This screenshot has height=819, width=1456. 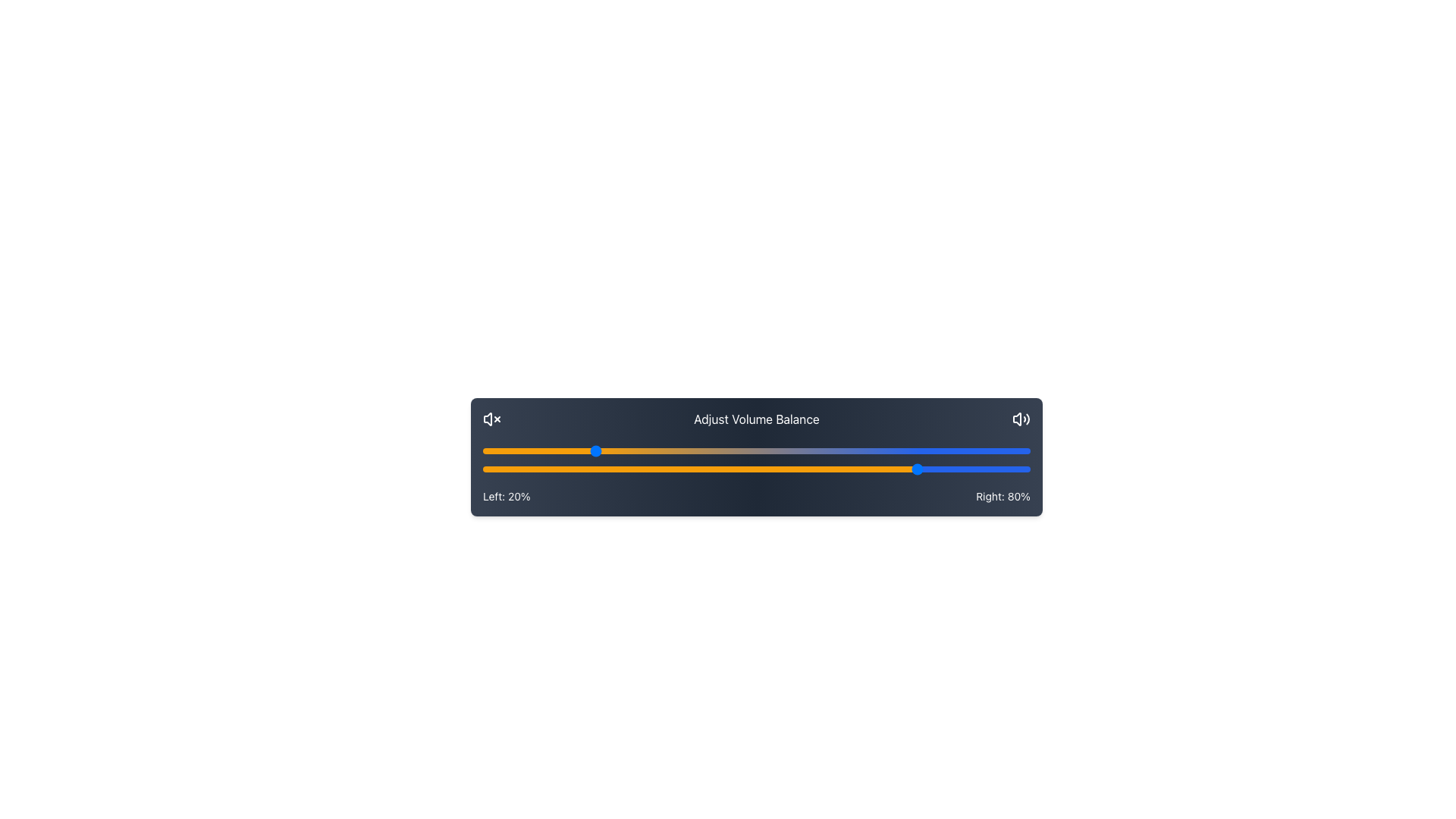 I want to click on the left balance, so click(x=647, y=450).